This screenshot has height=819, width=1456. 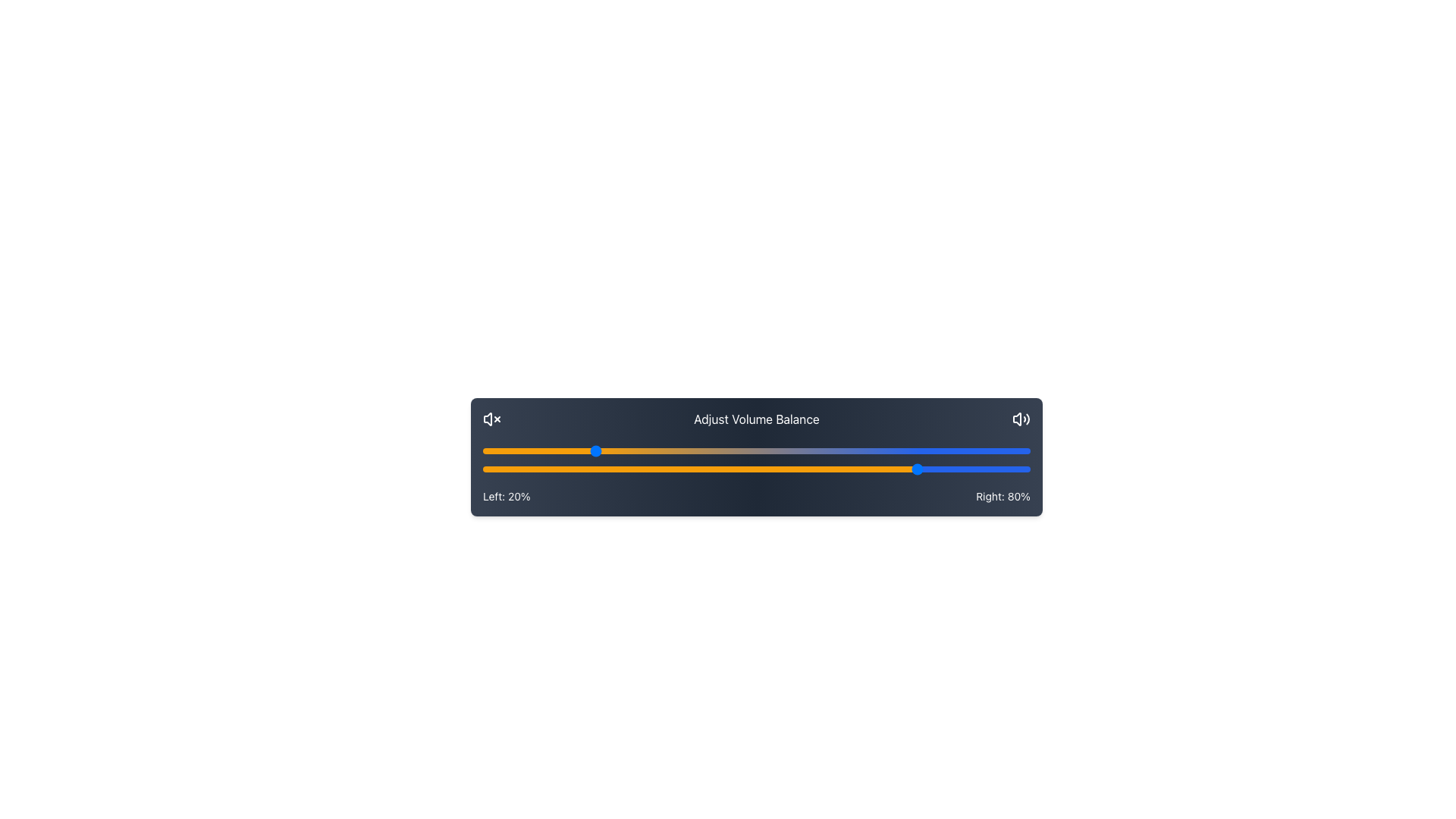 I want to click on the left balance, so click(x=647, y=450).